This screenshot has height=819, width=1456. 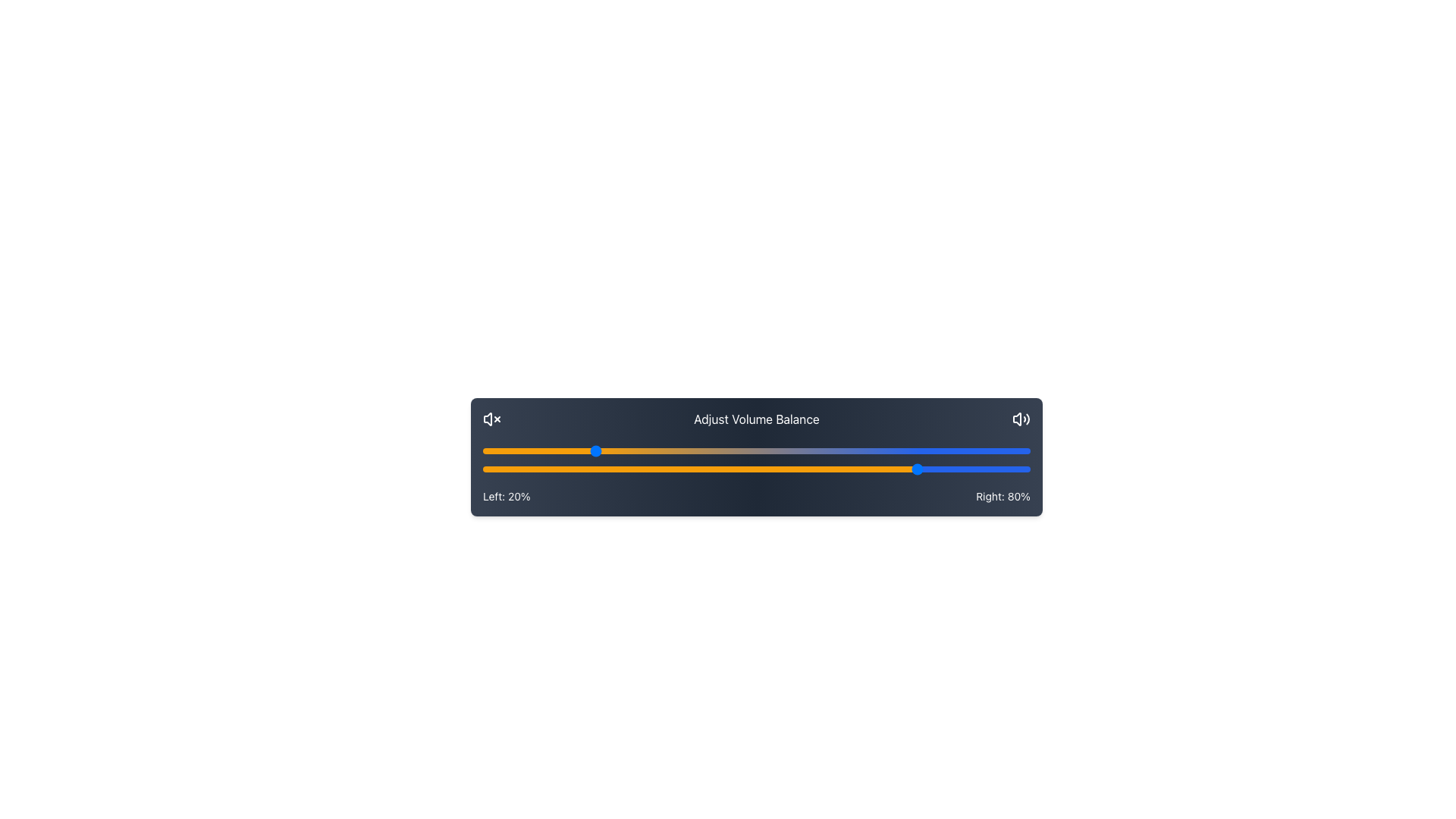 I want to click on the left balance, so click(x=647, y=450).